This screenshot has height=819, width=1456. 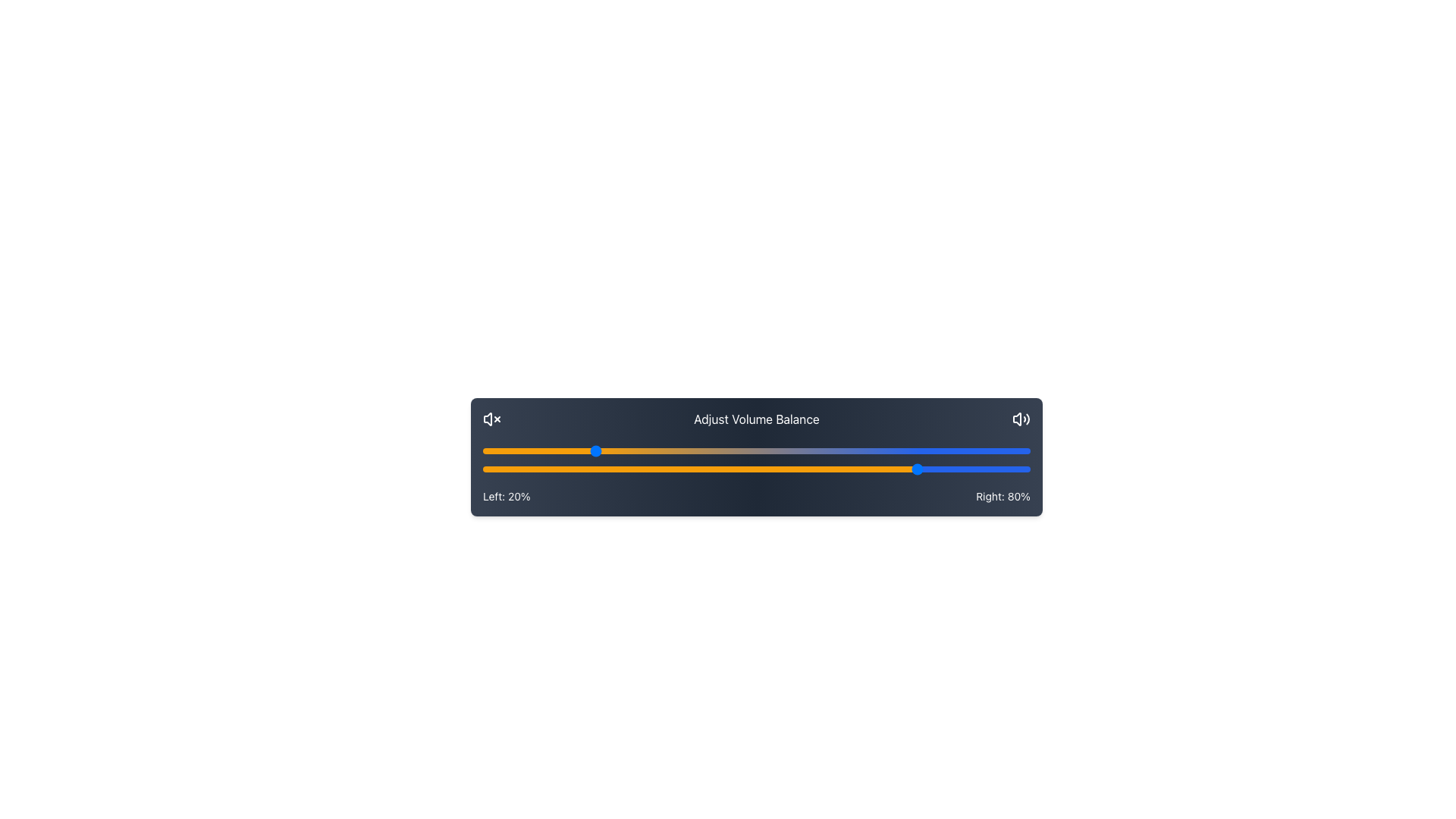 I want to click on the left balance, so click(x=647, y=450).